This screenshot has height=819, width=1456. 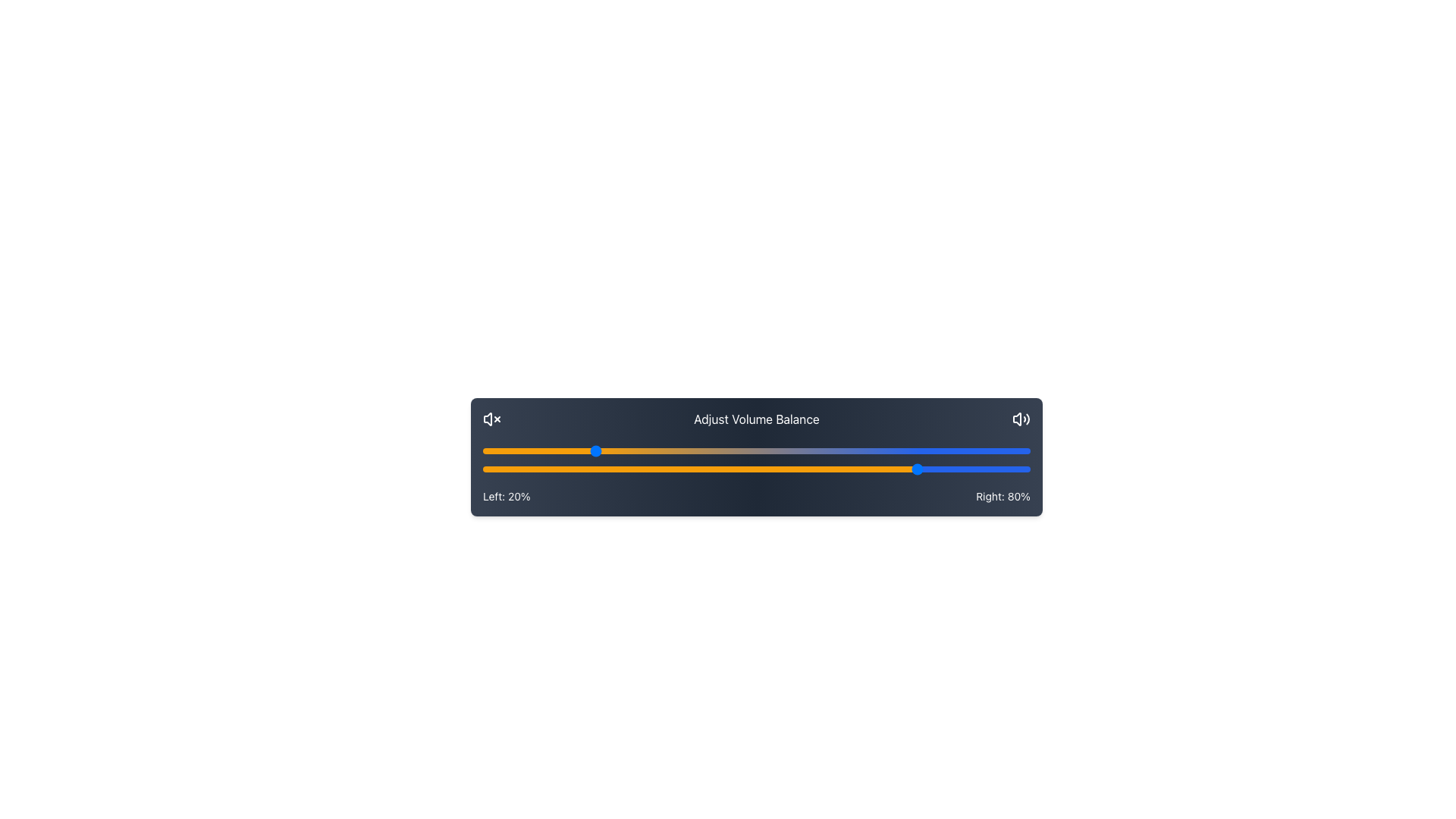 I want to click on the left balance, so click(x=647, y=450).